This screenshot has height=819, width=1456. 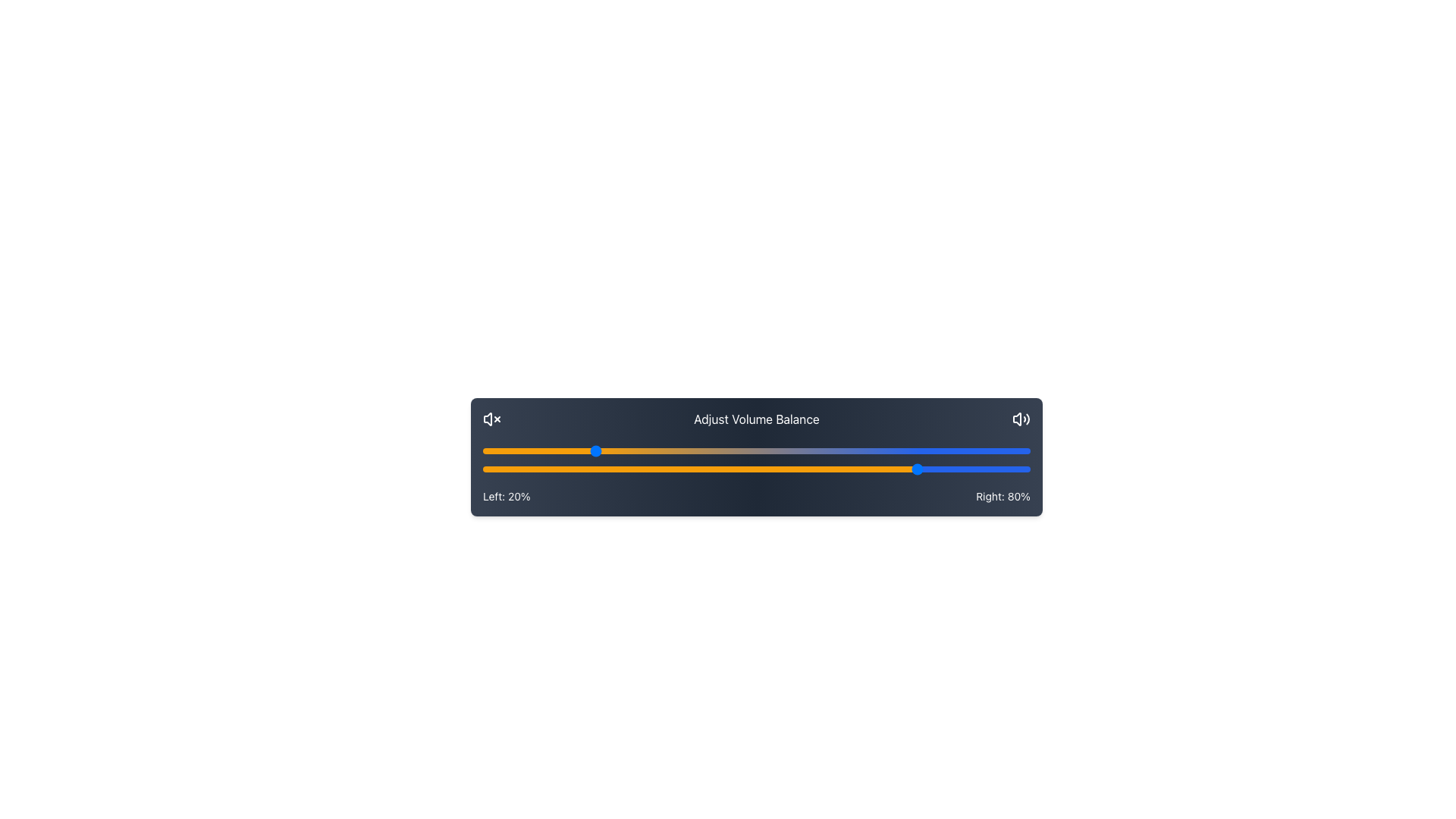 I want to click on the left balance, so click(x=647, y=450).